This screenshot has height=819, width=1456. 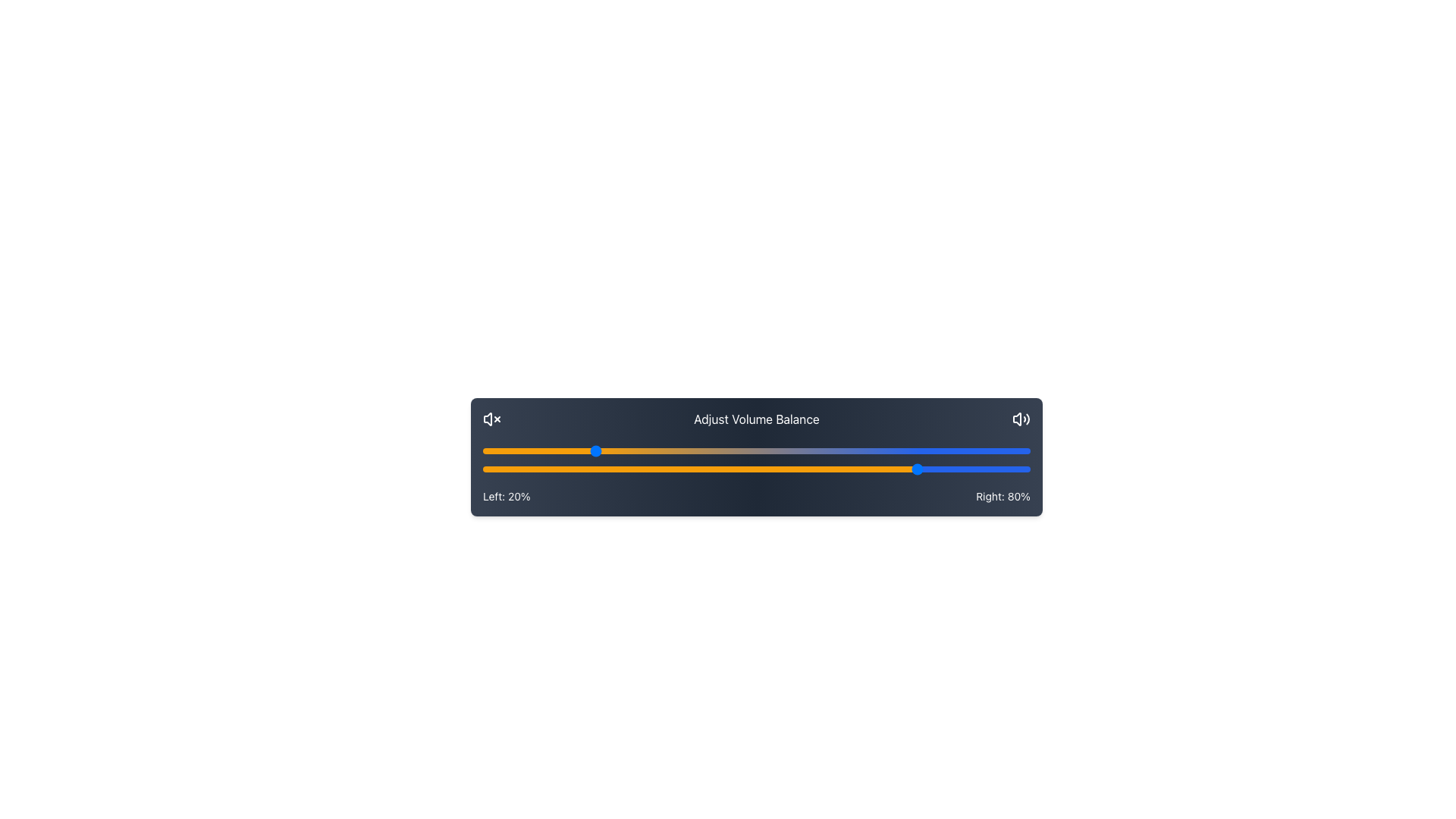 I want to click on the left balance, so click(x=647, y=450).